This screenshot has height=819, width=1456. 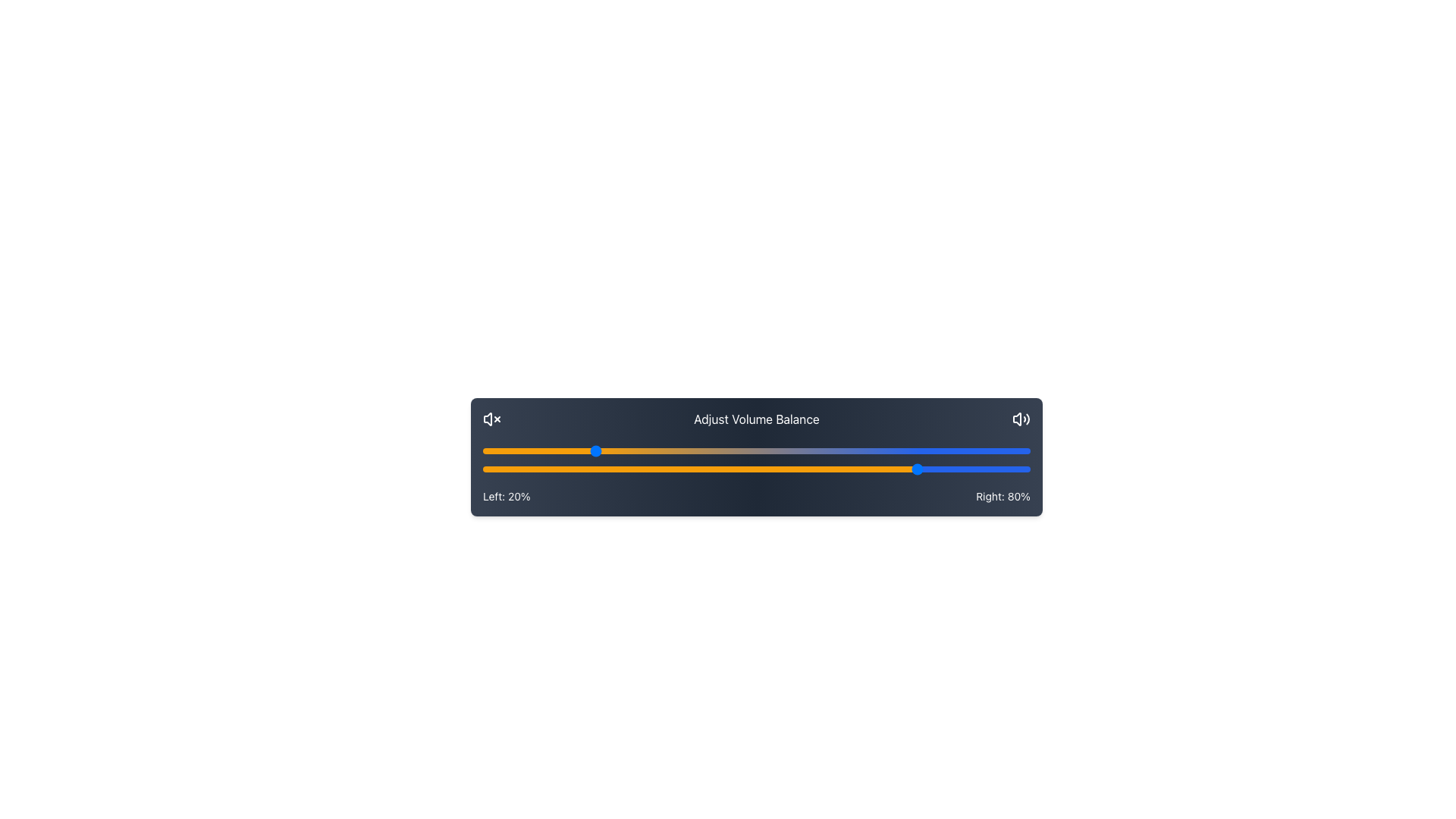 I want to click on the left balance, so click(x=647, y=450).